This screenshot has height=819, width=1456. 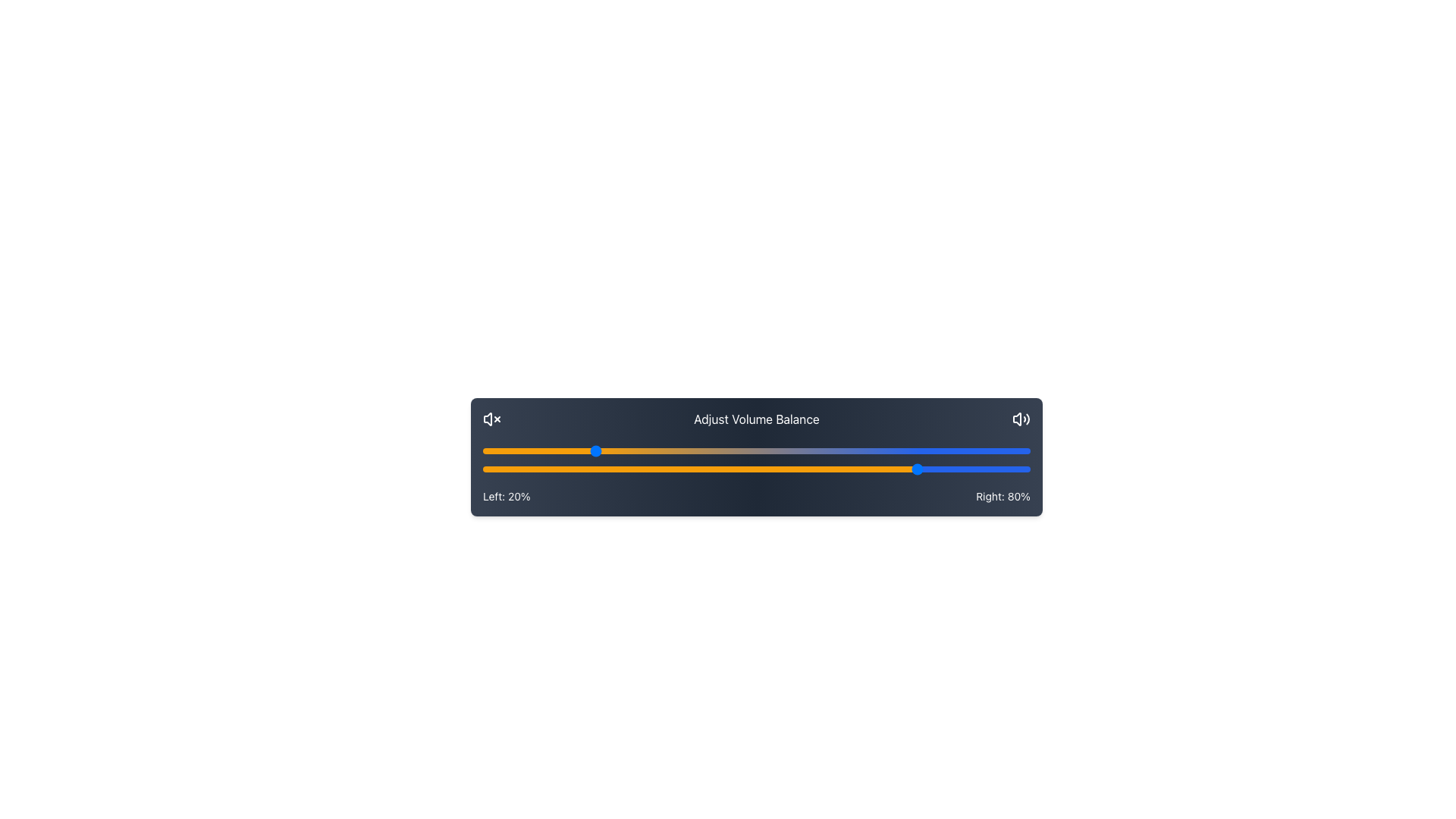 I want to click on the left balance, so click(x=647, y=450).